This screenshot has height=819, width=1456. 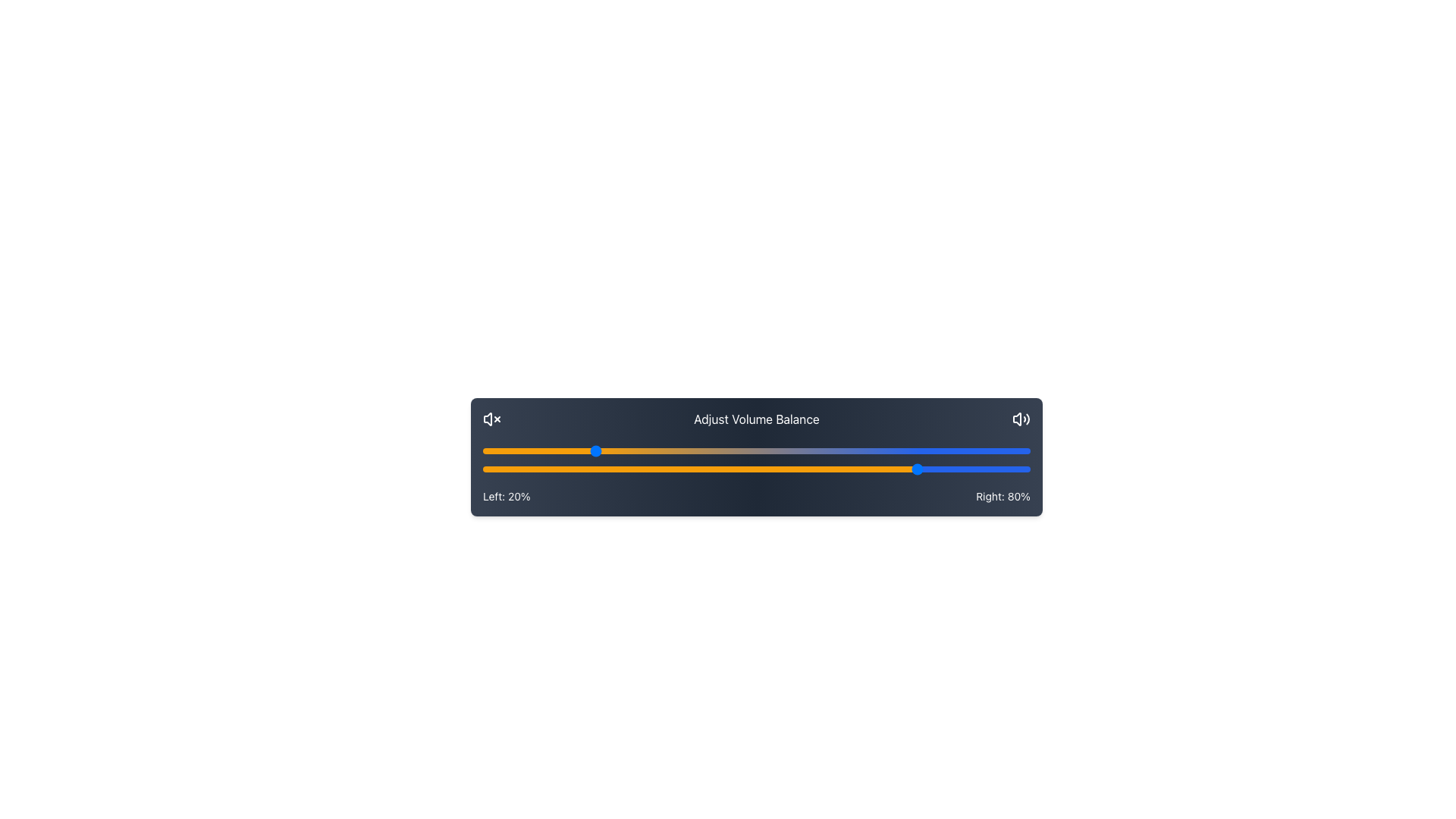 I want to click on the left balance, so click(x=647, y=450).